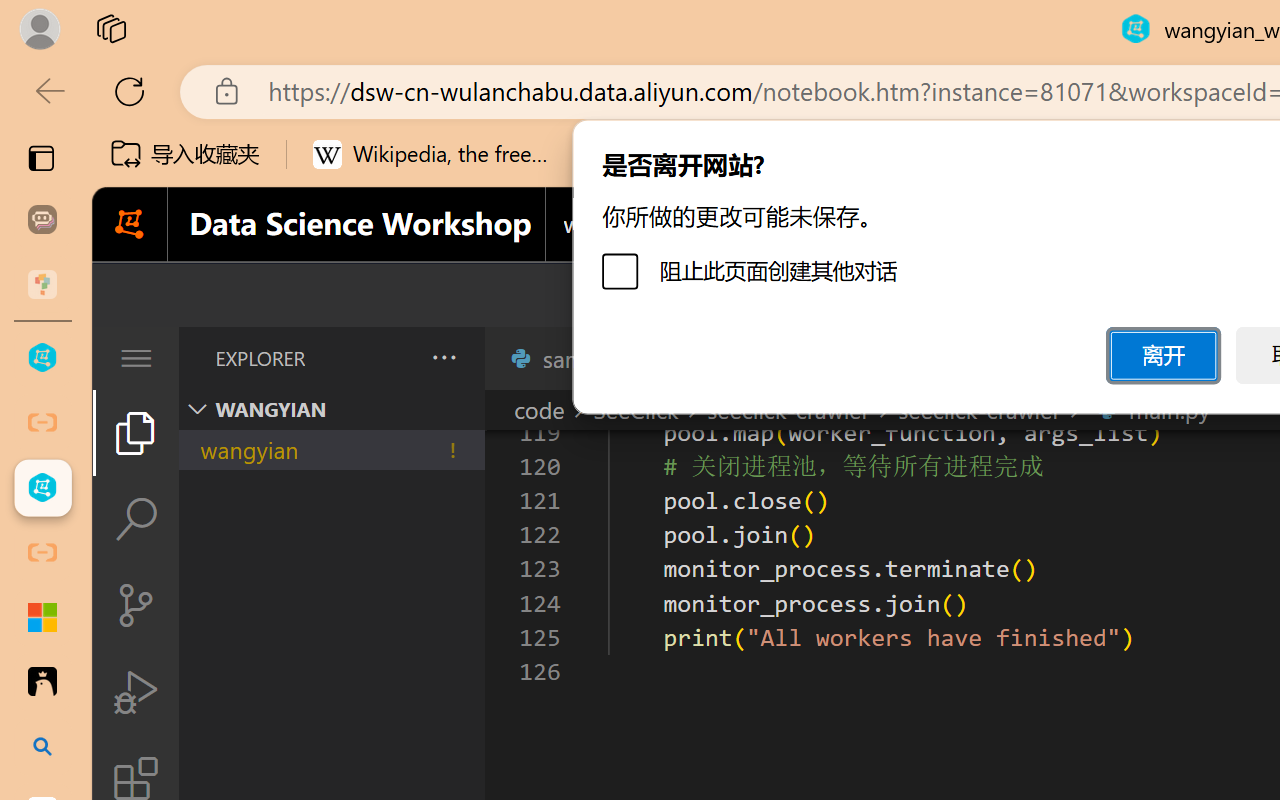 This screenshot has width=1280, height=800. Describe the element at coordinates (441, 357) in the screenshot. I see `'Views and More Actions...'` at that location.